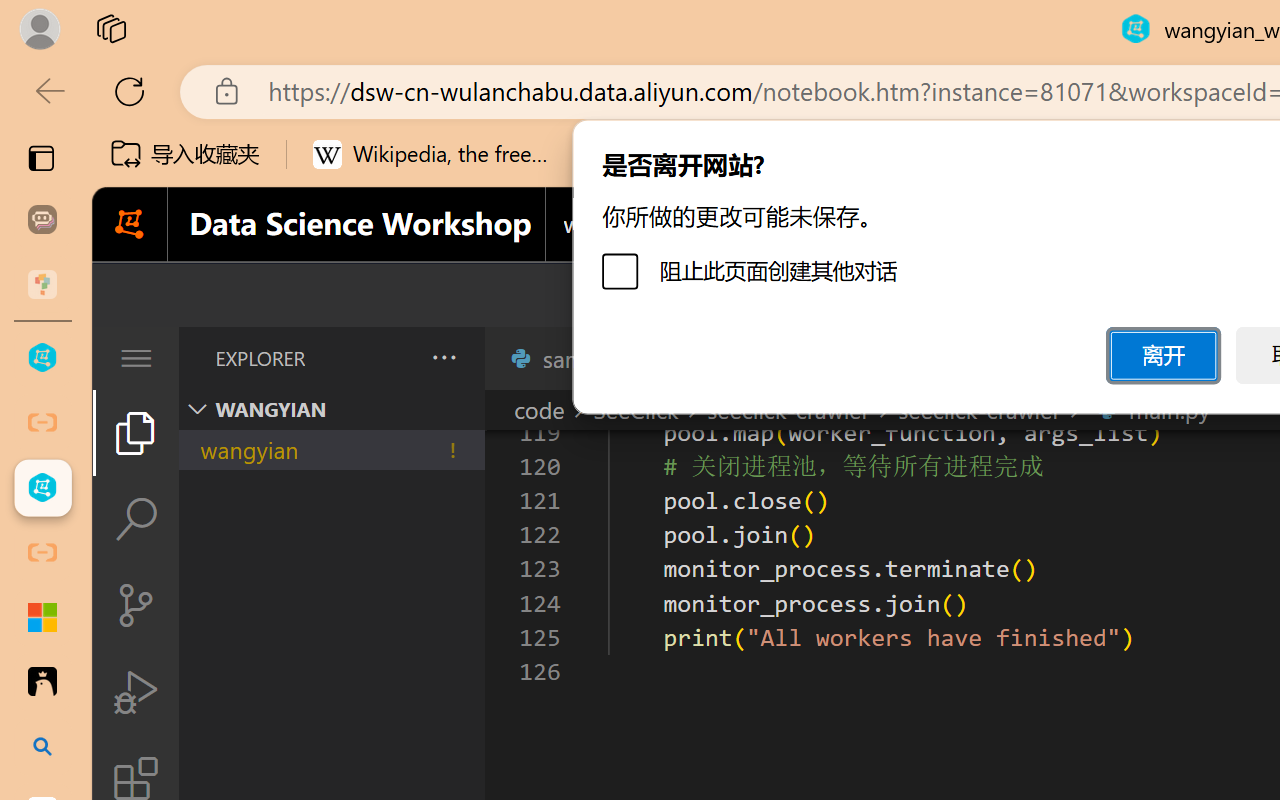 This screenshot has width=1280, height=800. Describe the element at coordinates (441, 357) in the screenshot. I see `'Views and More Actions...'` at that location.